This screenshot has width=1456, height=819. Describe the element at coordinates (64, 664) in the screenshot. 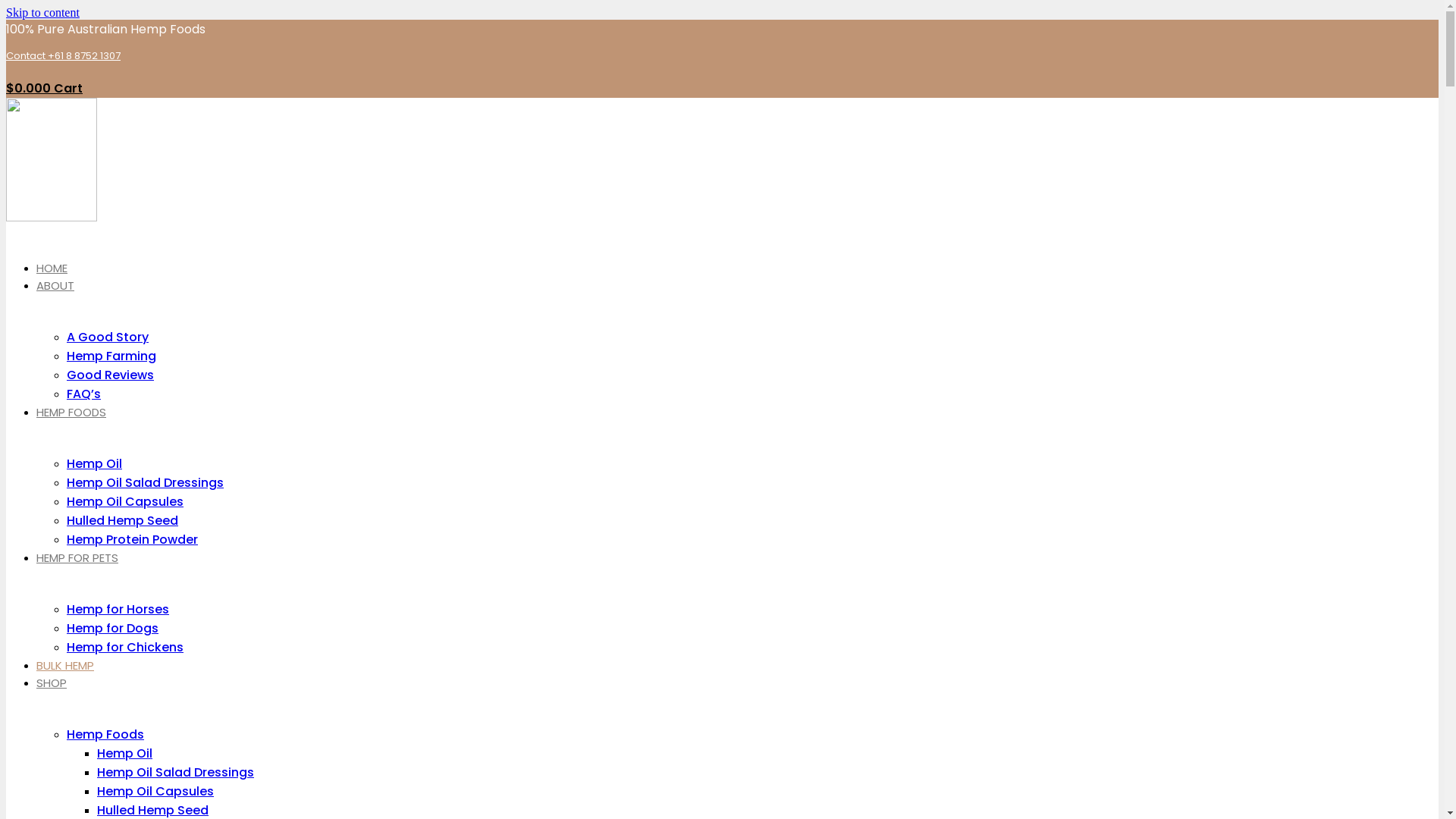

I see `'BULK HEMP'` at that location.